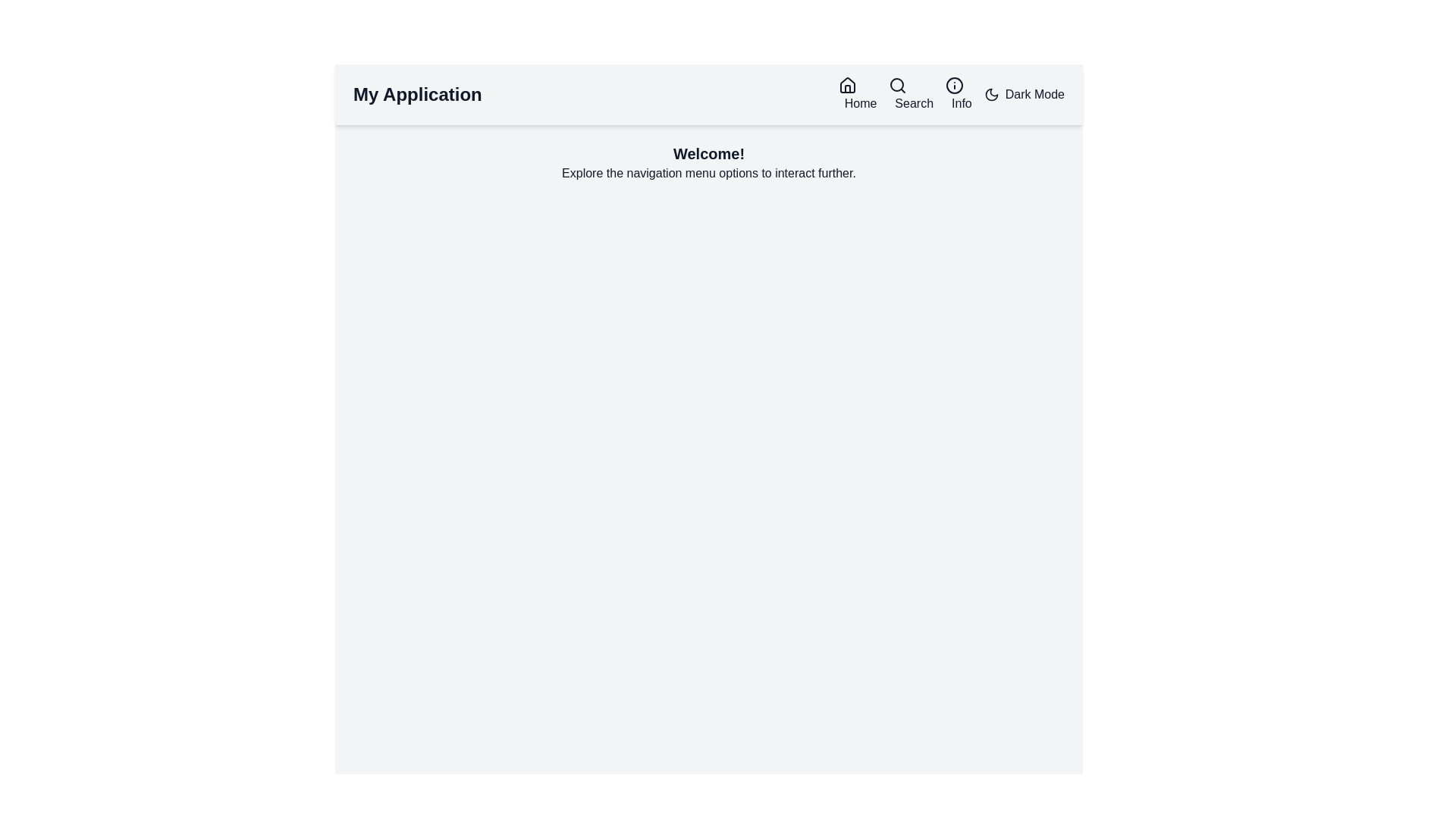 Image resolution: width=1456 pixels, height=819 pixels. I want to click on the Text Label that serves as a title or branding label for the application located at the leftmost position within the navigation bar at the top of the page, so click(417, 94).